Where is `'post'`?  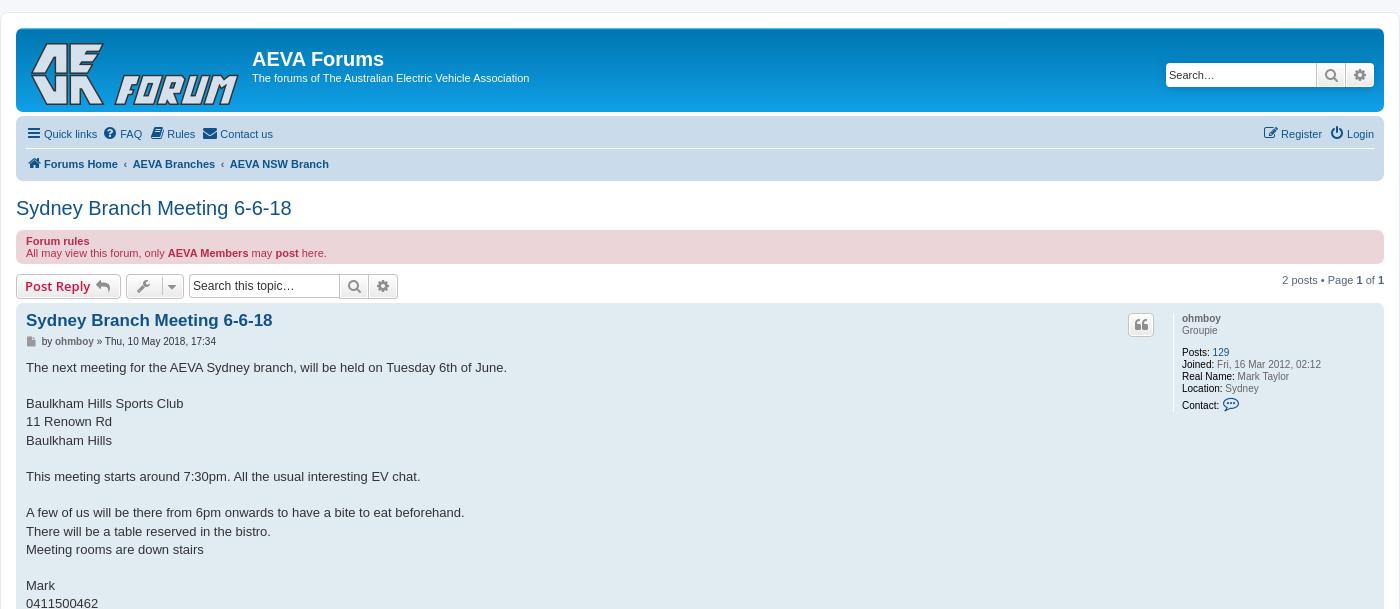
'post' is located at coordinates (286, 251).